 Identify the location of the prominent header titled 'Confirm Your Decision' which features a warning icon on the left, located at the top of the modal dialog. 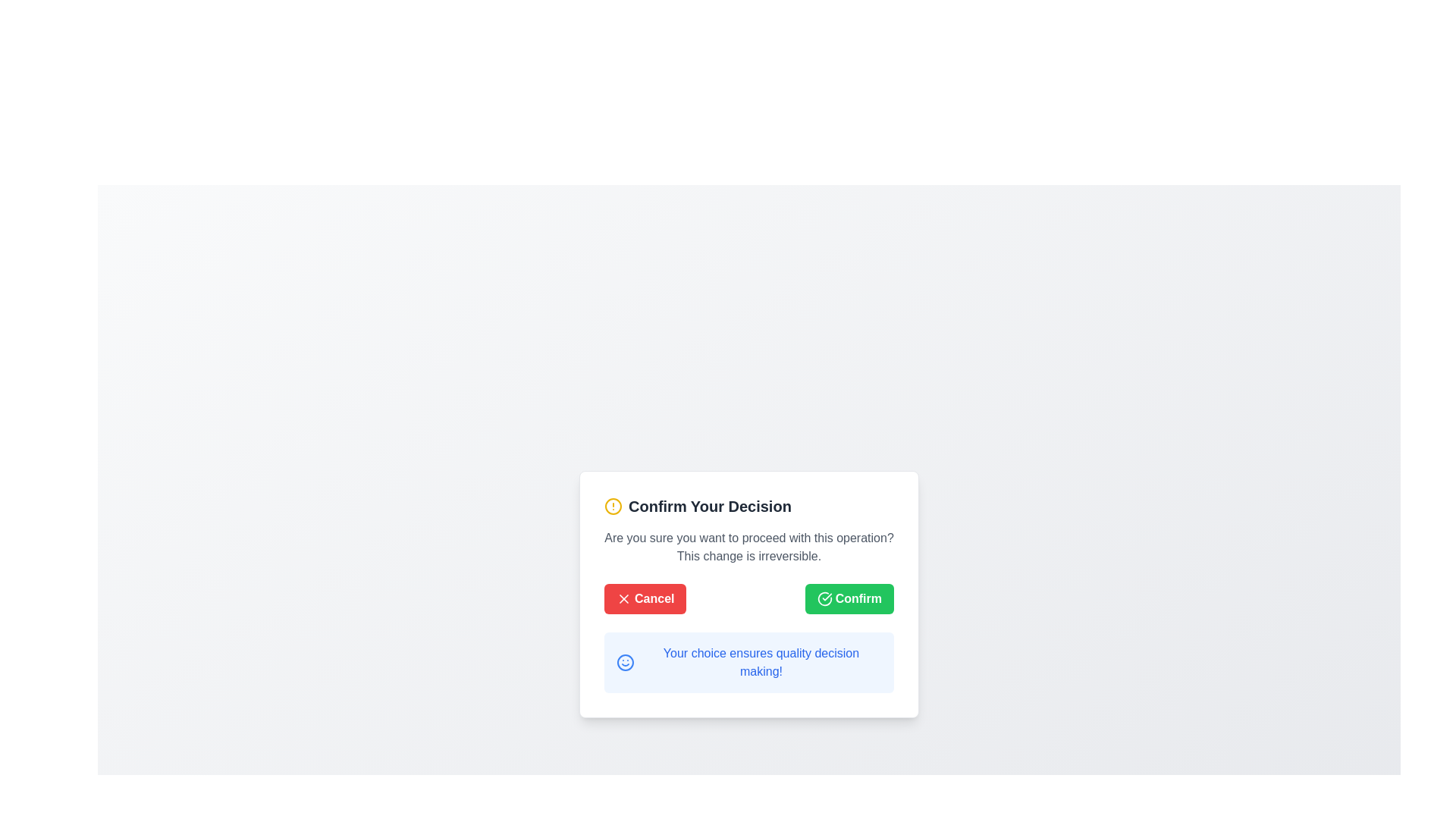
(749, 506).